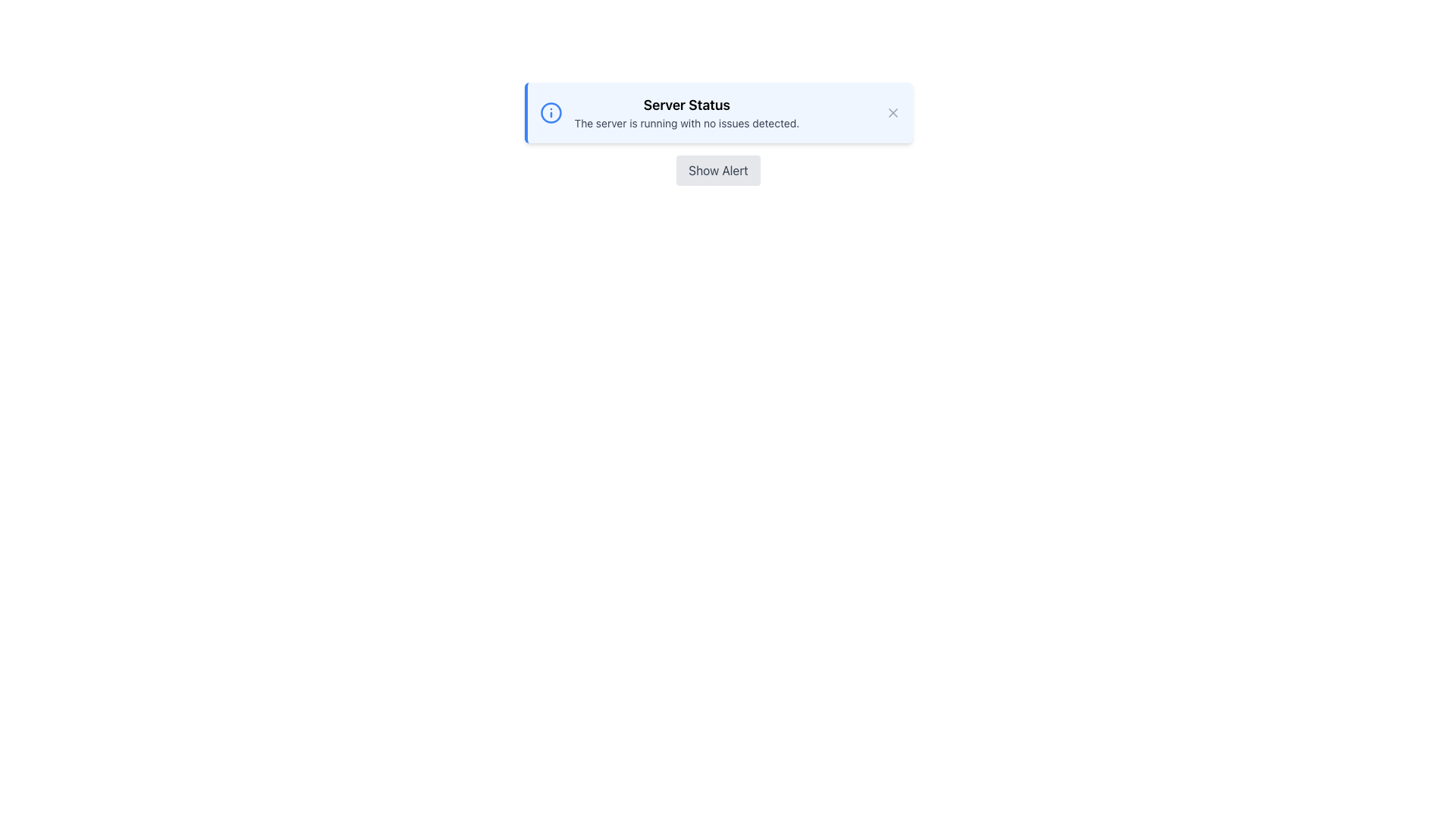 This screenshot has width=1456, height=819. Describe the element at coordinates (717, 170) in the screenshot. I see `the 'Show Alert' button, which is a rectangular button with rounded corners, light gray background, and darker gray text, located centrally underneath the 'Server Status' box` at that location.